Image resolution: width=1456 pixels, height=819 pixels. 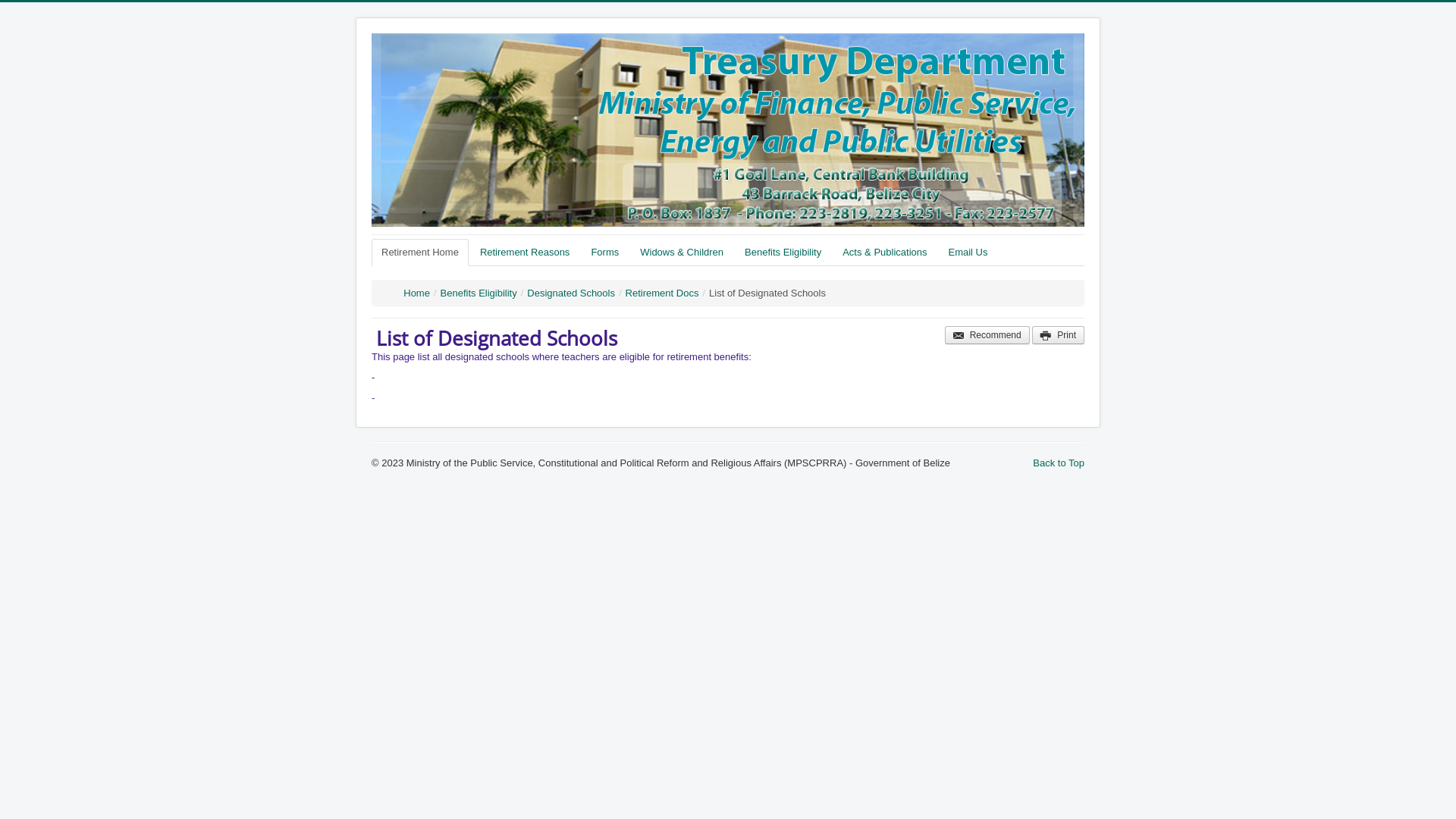 What do you see at coordinates (570, 293) in the screenshot?
I see `'Designated Schools'` at bounding box center [570, 293].